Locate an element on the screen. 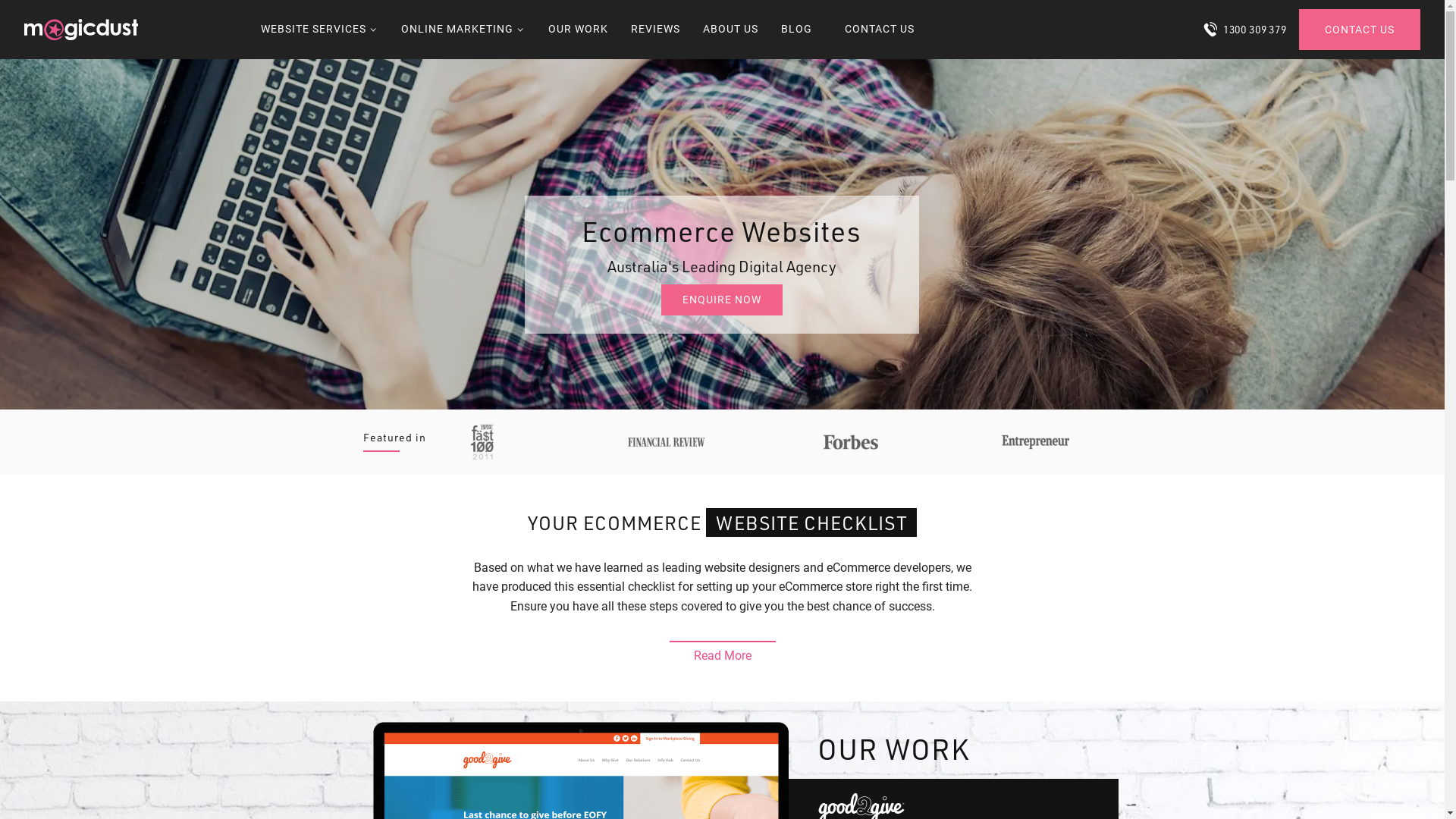  'CONTACT US' is located at coordinates (1360, 29).